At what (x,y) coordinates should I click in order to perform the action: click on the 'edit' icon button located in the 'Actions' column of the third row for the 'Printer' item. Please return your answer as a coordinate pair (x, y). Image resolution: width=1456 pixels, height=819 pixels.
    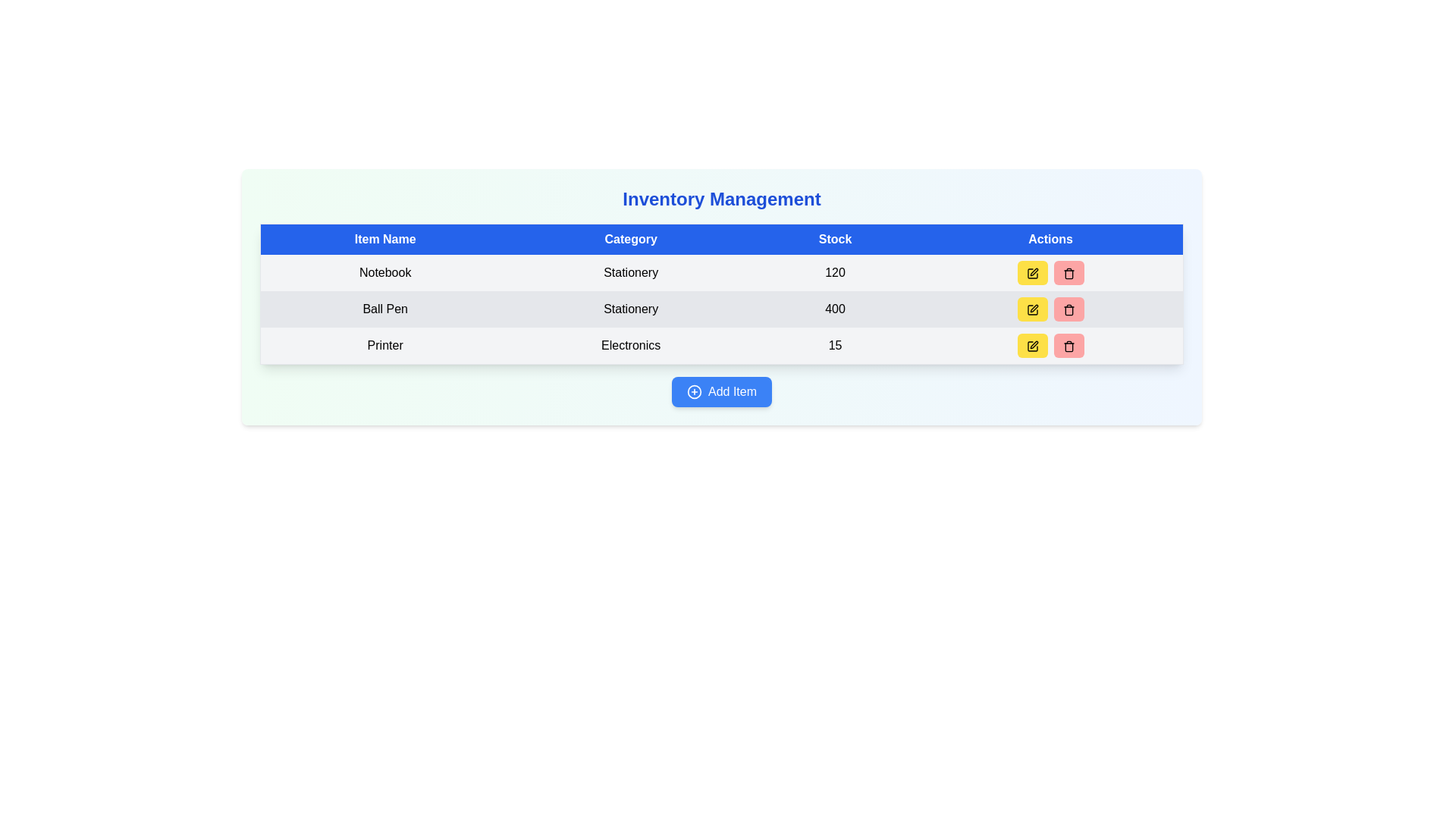
    Looking at the image, I should click on (1031, 346).